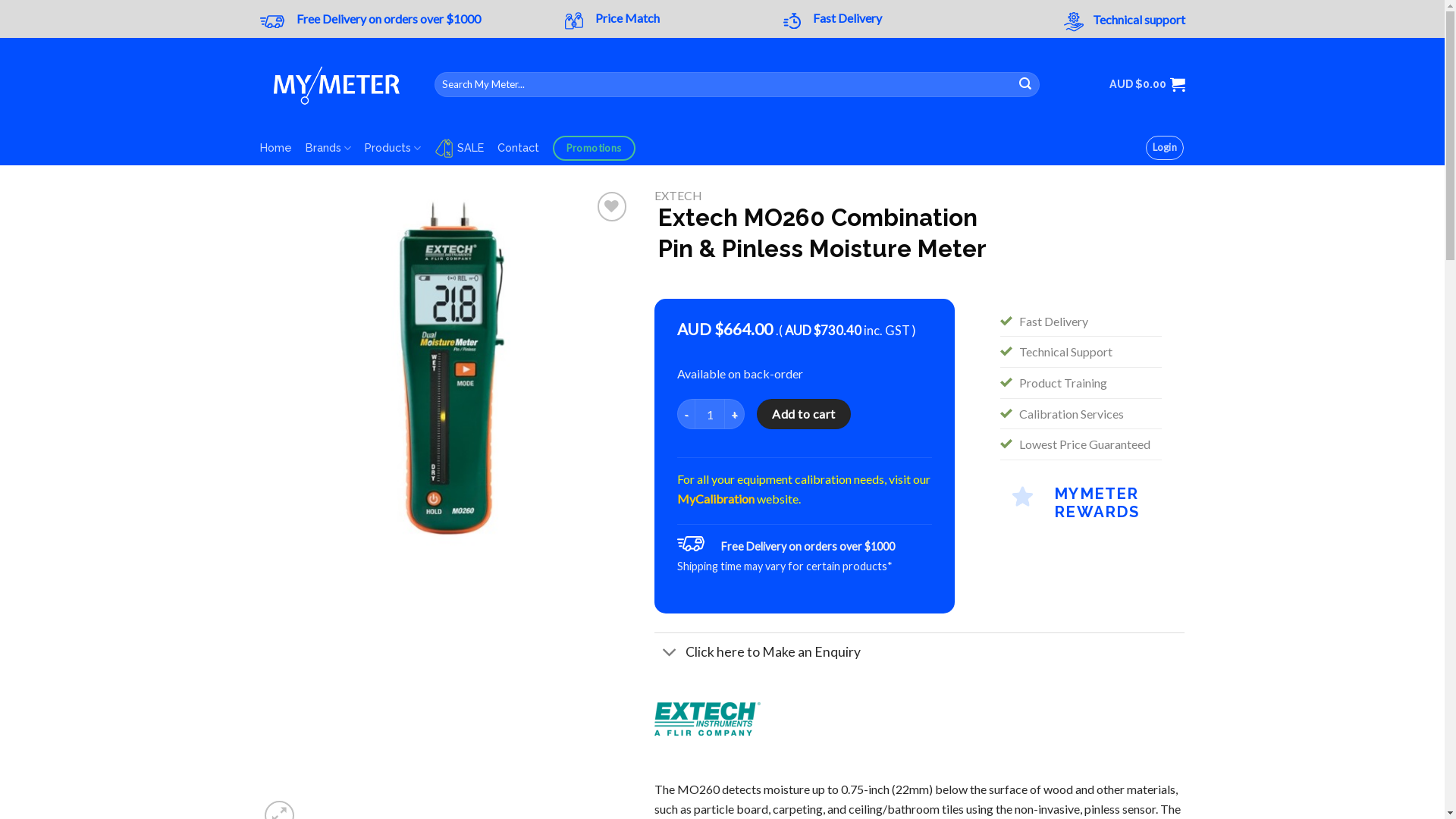 The width and height of the screenshot is (1456, 819). What do you see at coordinates (0, 0) in the screenshot?
I see `'Skip to content'` at bounding box center [0, 0].